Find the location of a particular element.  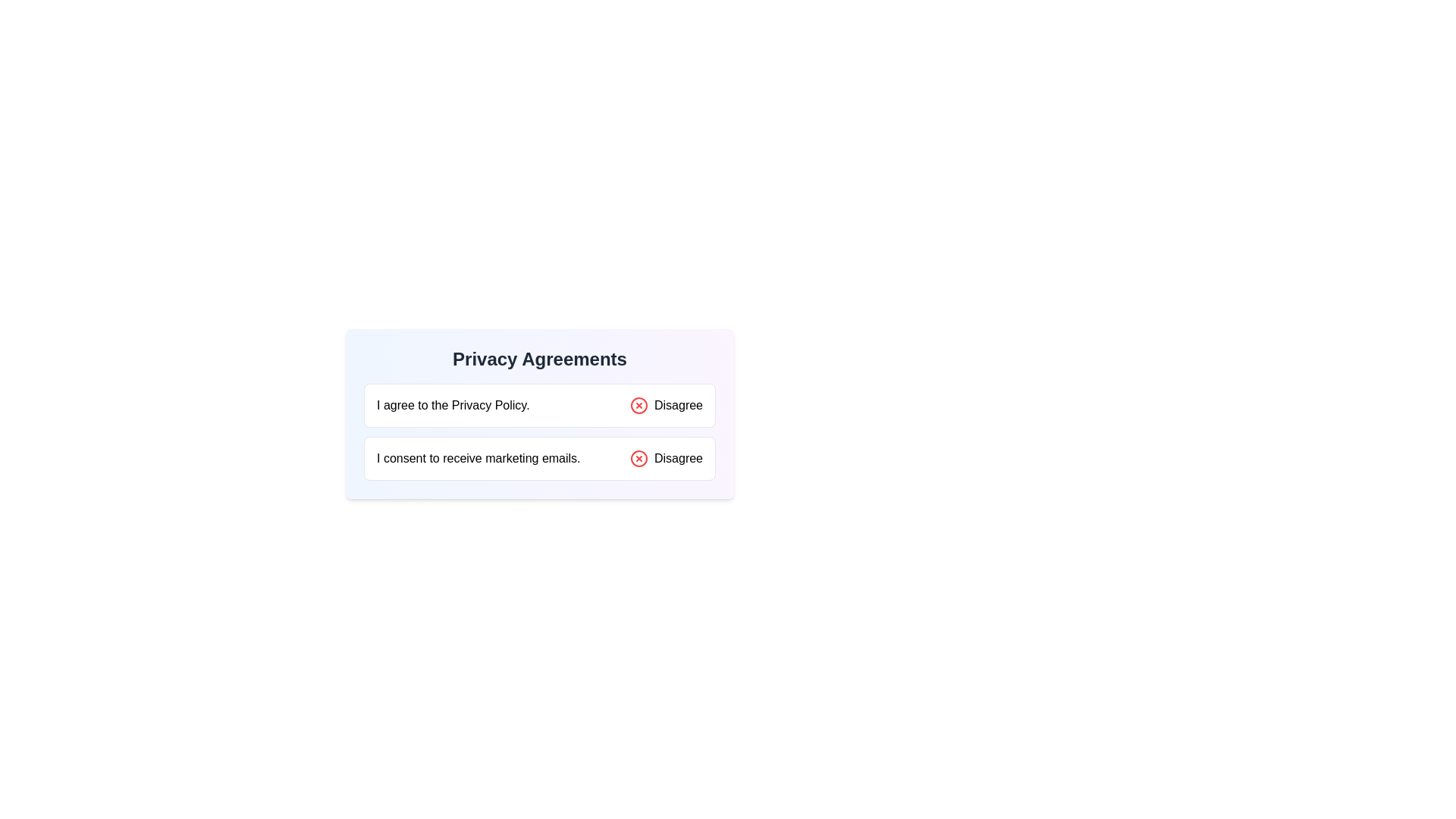

the main header text that reads 'Privacy Agreements', which is styled in bold and is the primary title for the surrounding content is located at coordinates (539, 359).